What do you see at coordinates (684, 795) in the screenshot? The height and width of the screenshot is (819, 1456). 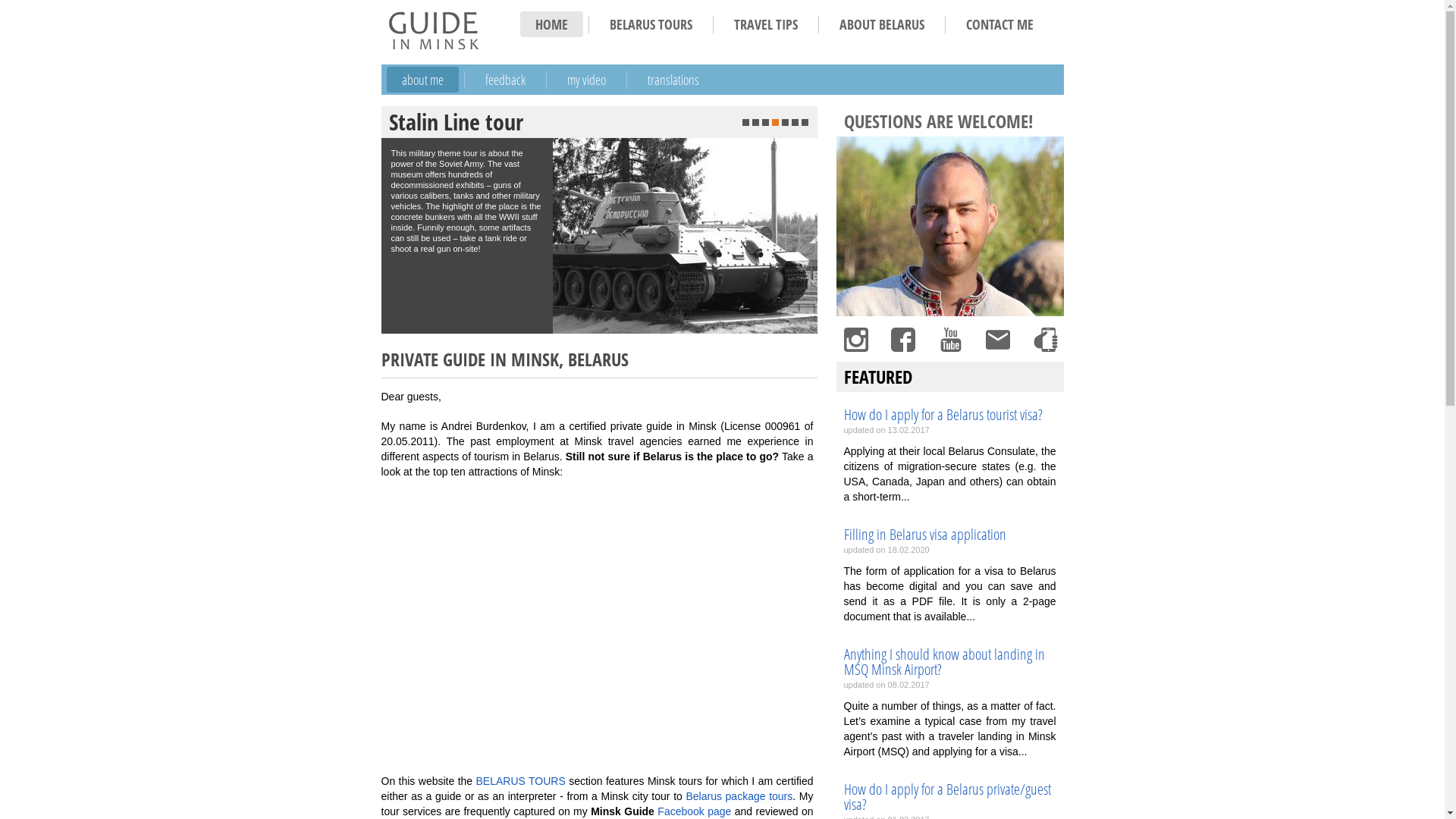 I see `'Belarus package tours'` at bounding box center [684, 795].